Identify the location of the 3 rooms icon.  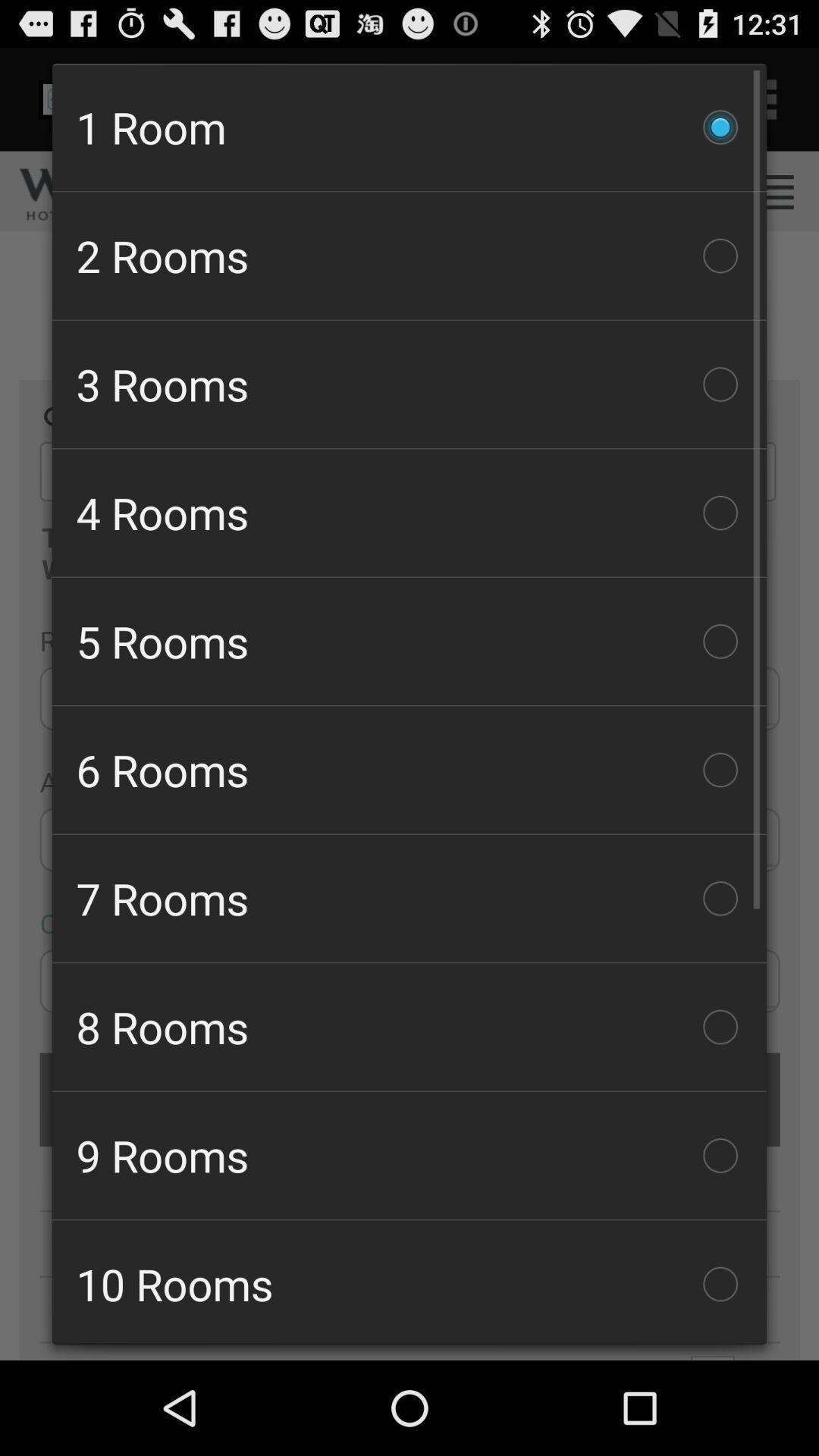
(409, 384).